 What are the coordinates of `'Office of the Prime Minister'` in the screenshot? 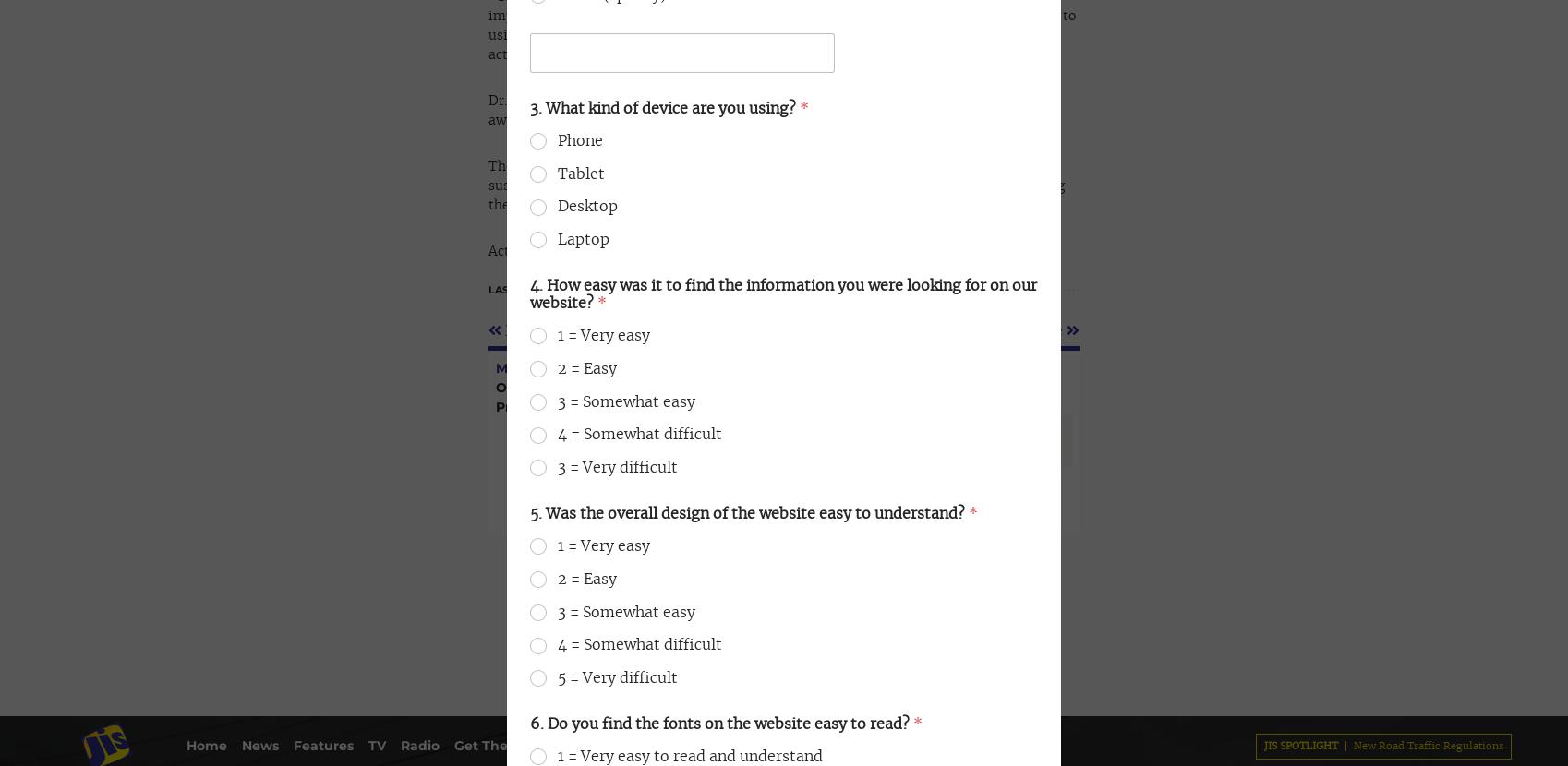 It's located at (145, 49).